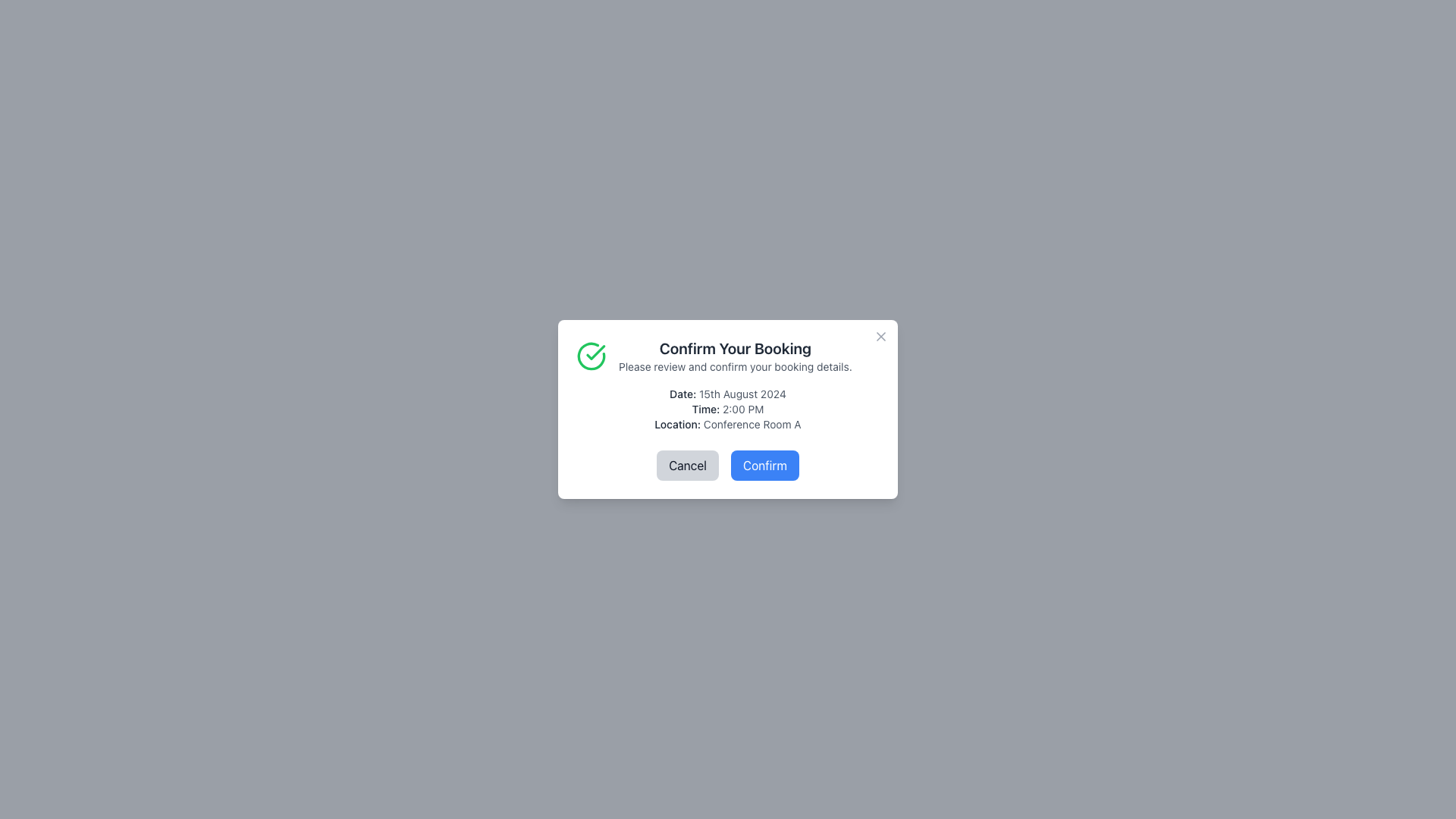 The height and width of the screenshot is (819, 1456). I want to click on the buttons in the horizontal button group located at the bottom center of the 'Confirm Your Booking' modal, so click(728, 464).